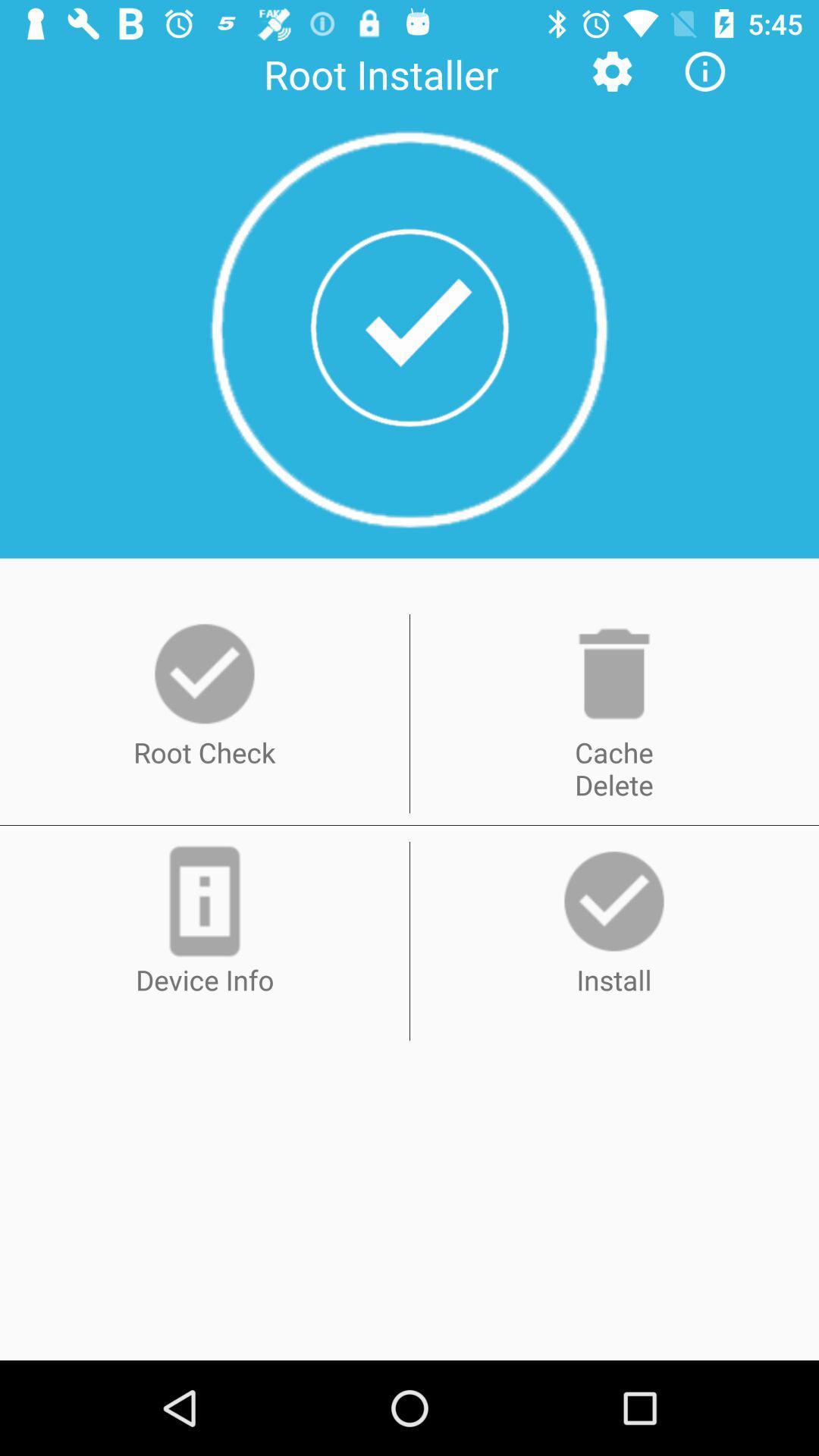  What do you see at coordinates (704, 71) in the screenshot?
I see `the info icon` at bounding box center [704, 71].